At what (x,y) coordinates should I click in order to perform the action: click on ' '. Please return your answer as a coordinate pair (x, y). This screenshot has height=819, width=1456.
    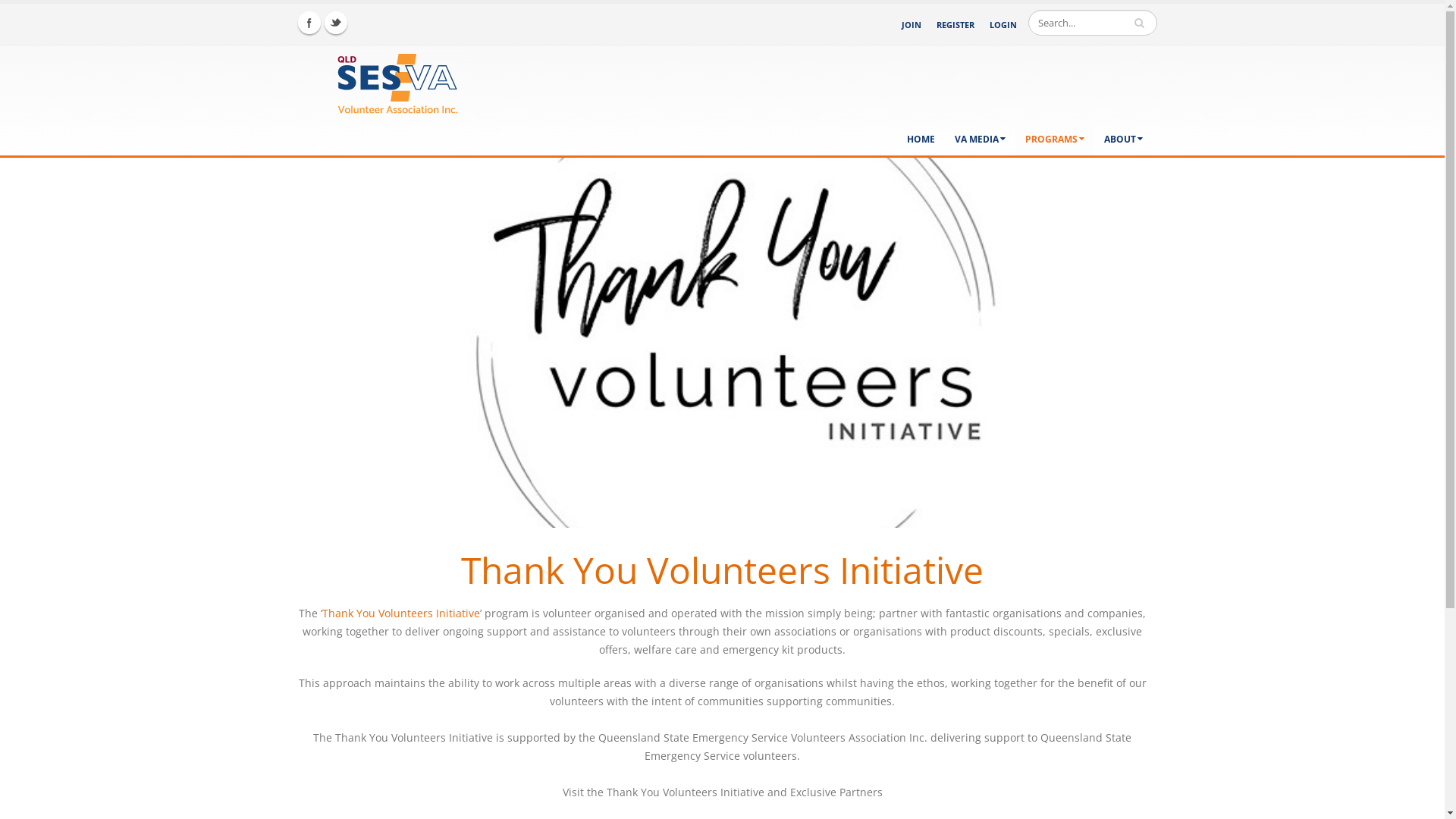
    Looking at the image, I should click on (1141, 23).